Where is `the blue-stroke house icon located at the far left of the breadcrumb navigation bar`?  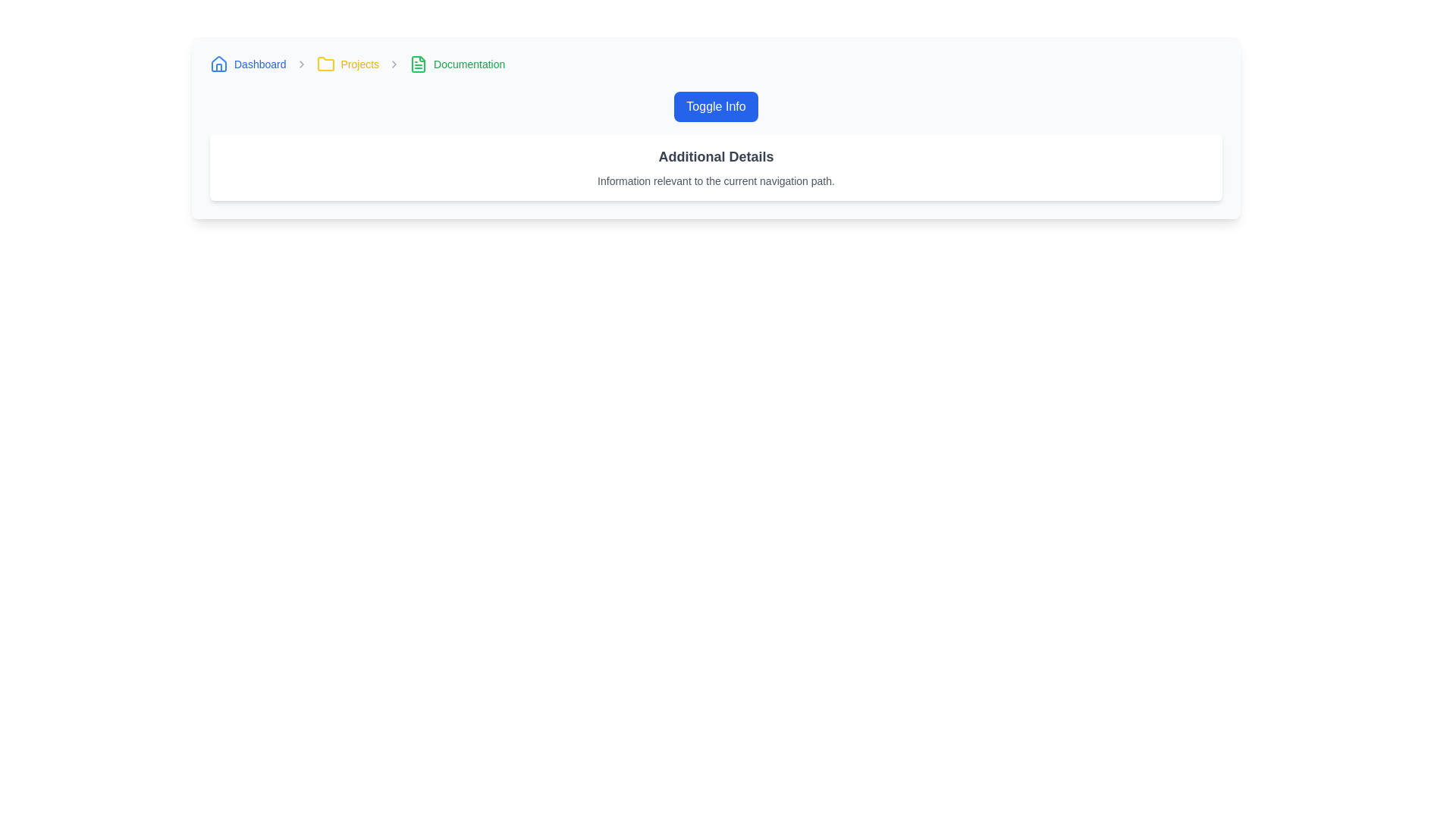
the blue-stroke house icon located at the far left of the breadcrumb navigation bar is located at coordinates (218, 63).